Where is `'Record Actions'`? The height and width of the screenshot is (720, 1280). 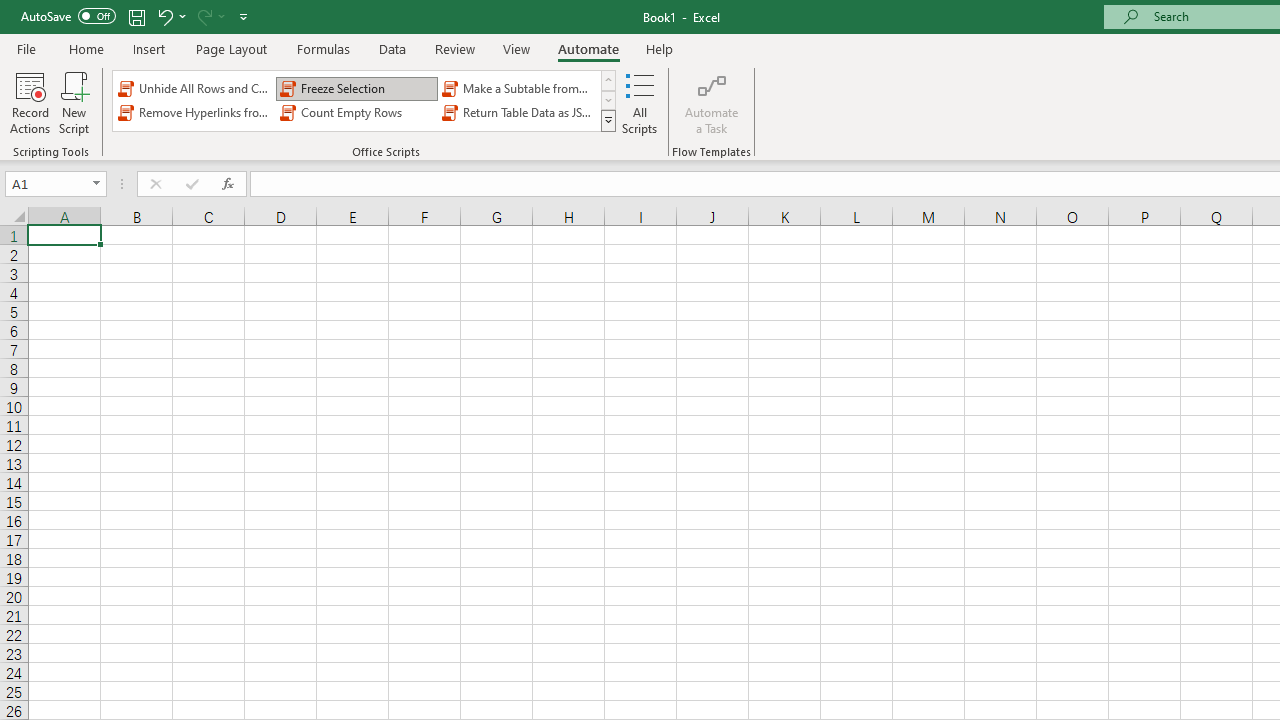 'Record Actions' is located at coordinates (30, 103).